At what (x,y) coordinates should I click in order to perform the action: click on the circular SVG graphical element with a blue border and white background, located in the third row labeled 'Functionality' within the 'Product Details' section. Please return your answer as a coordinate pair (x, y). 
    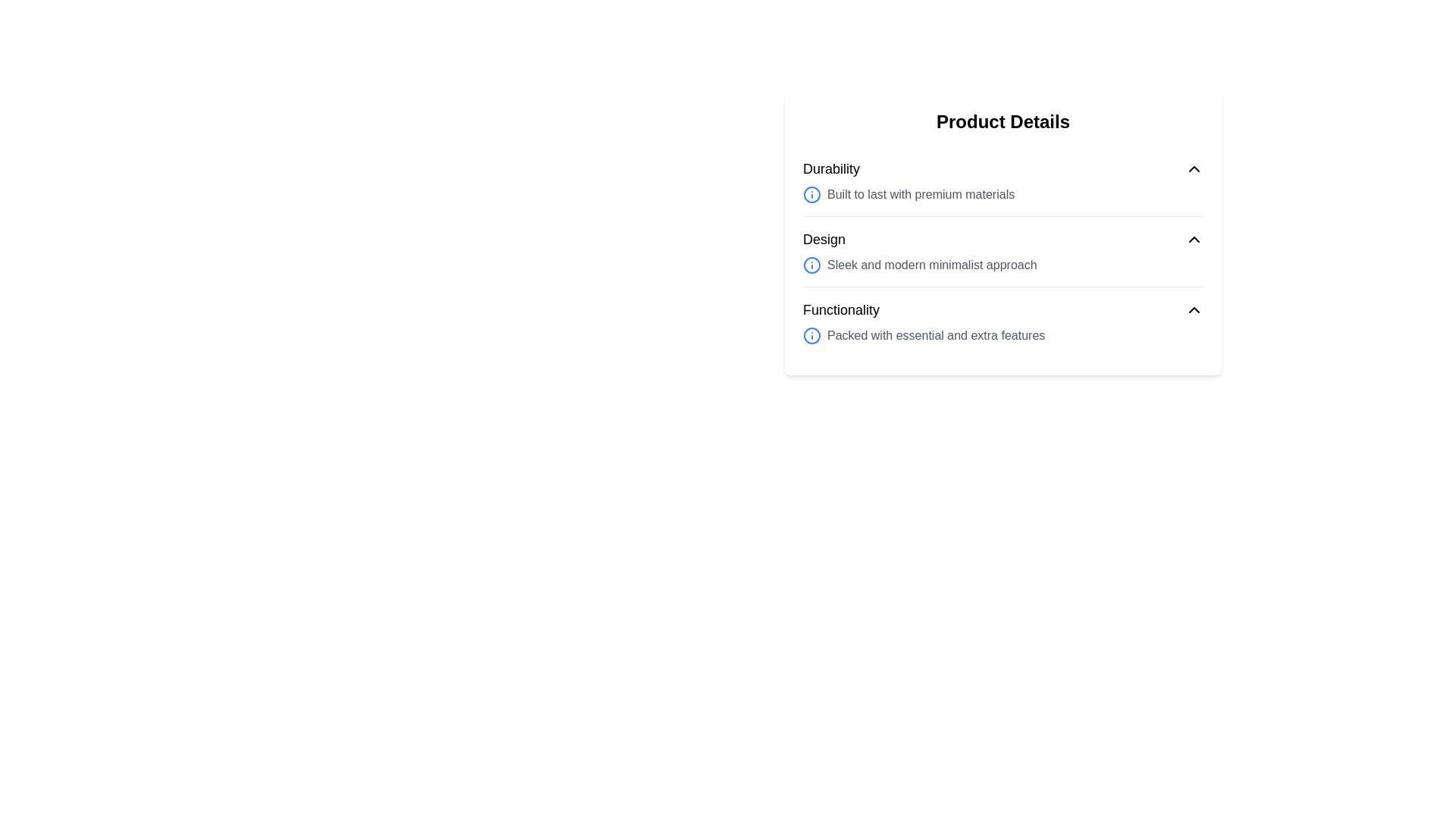
    Looking at the image, I should click on (811, 335).